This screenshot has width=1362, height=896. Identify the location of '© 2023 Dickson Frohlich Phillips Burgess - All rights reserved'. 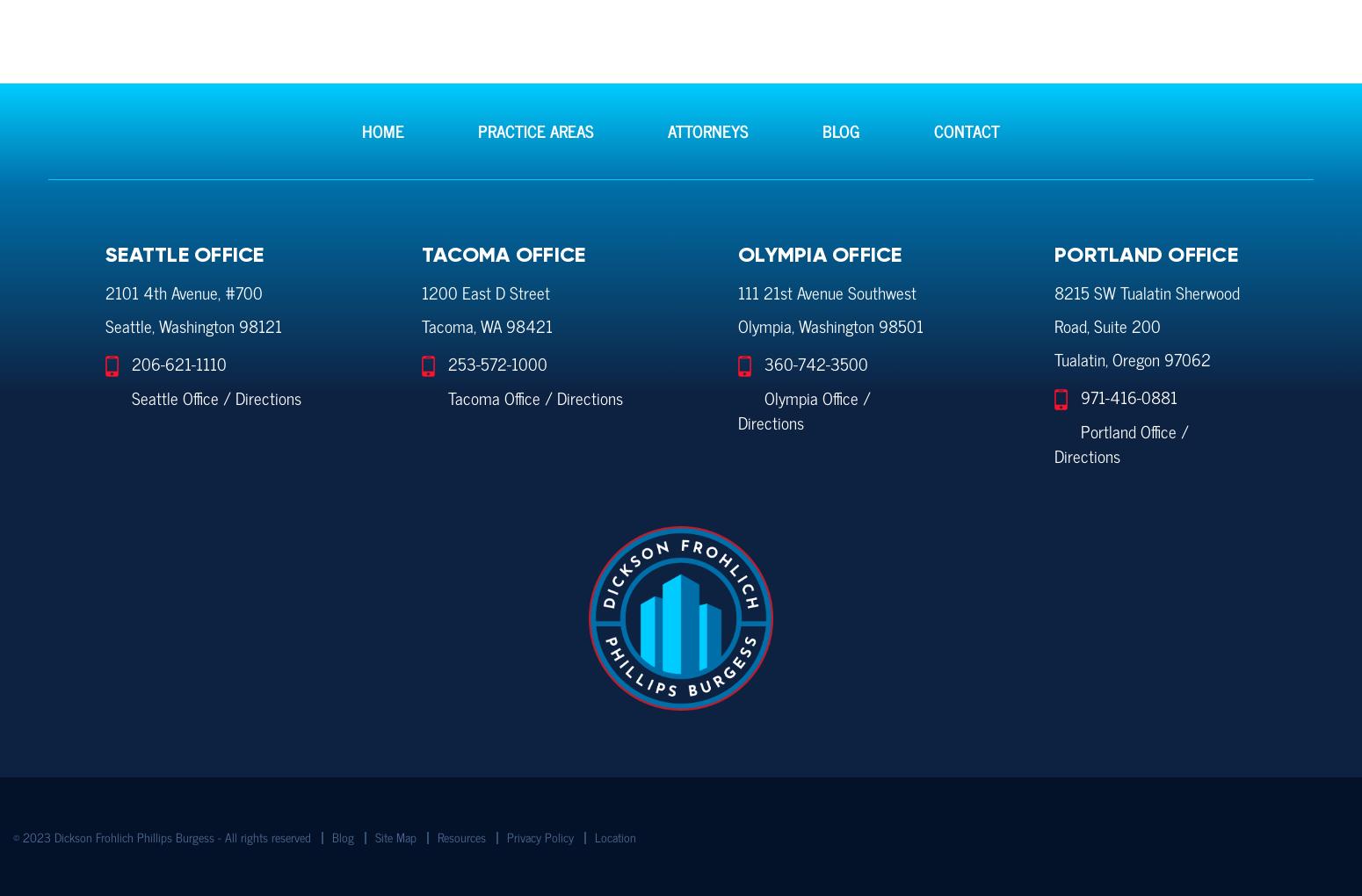
(161, 835).